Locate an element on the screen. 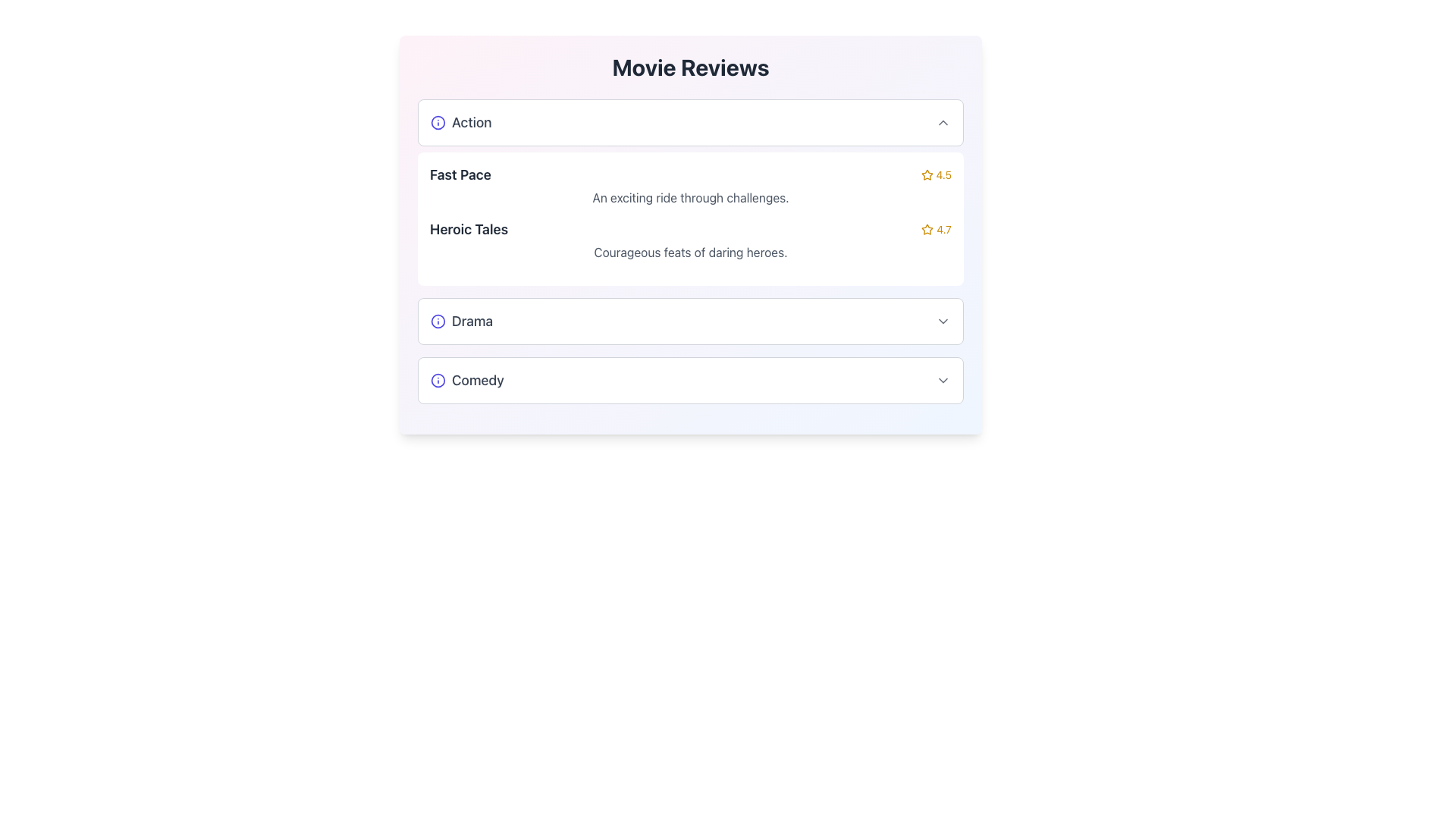 The image size is (1456, 819). the static informational display element that shows the rating for 'Heroic Tales', which includes a star icon and a textual representation of the rating is located at coordinates (936, 230).